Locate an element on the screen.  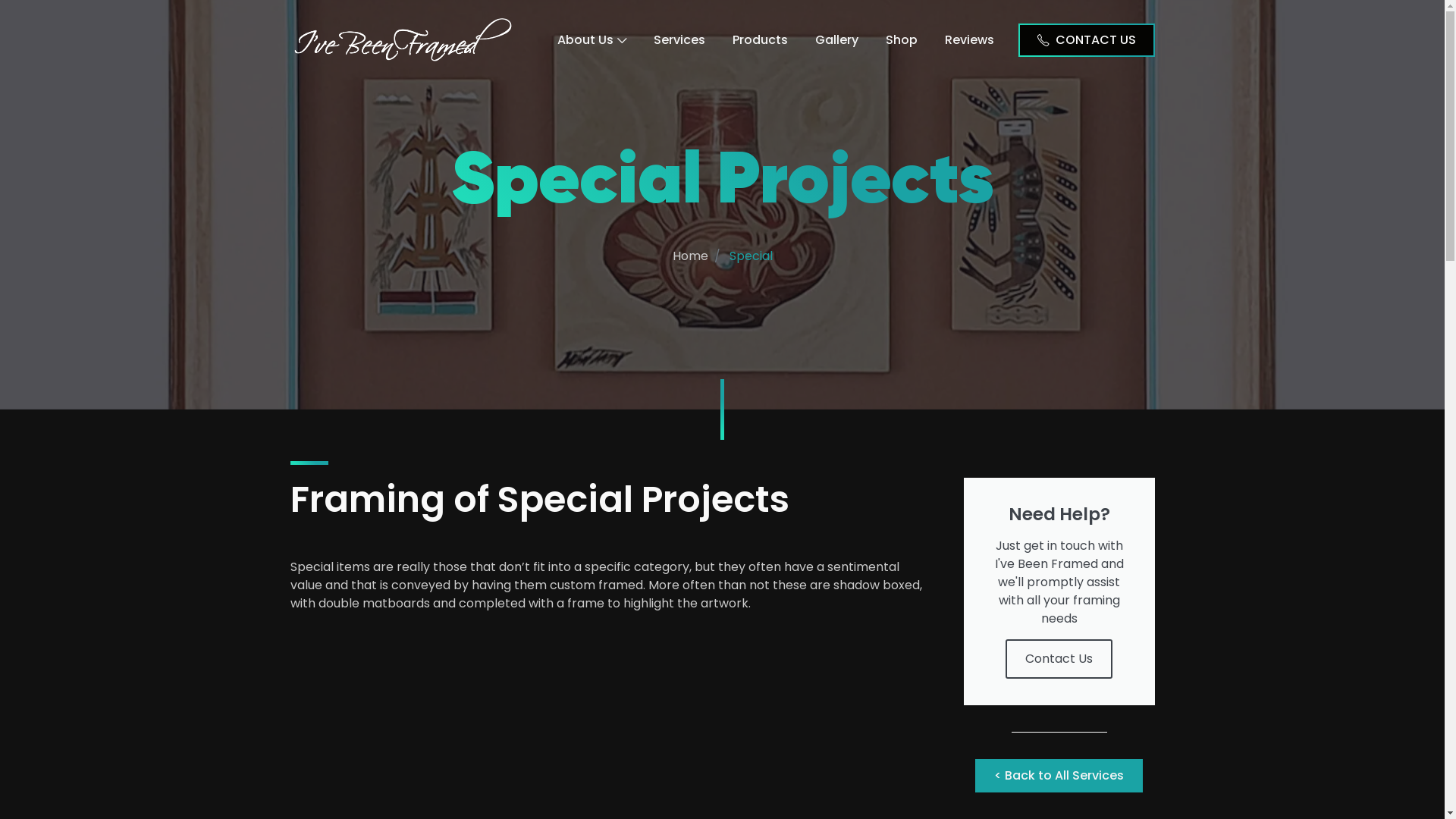
'Services' is located at coordinates (679, 38).